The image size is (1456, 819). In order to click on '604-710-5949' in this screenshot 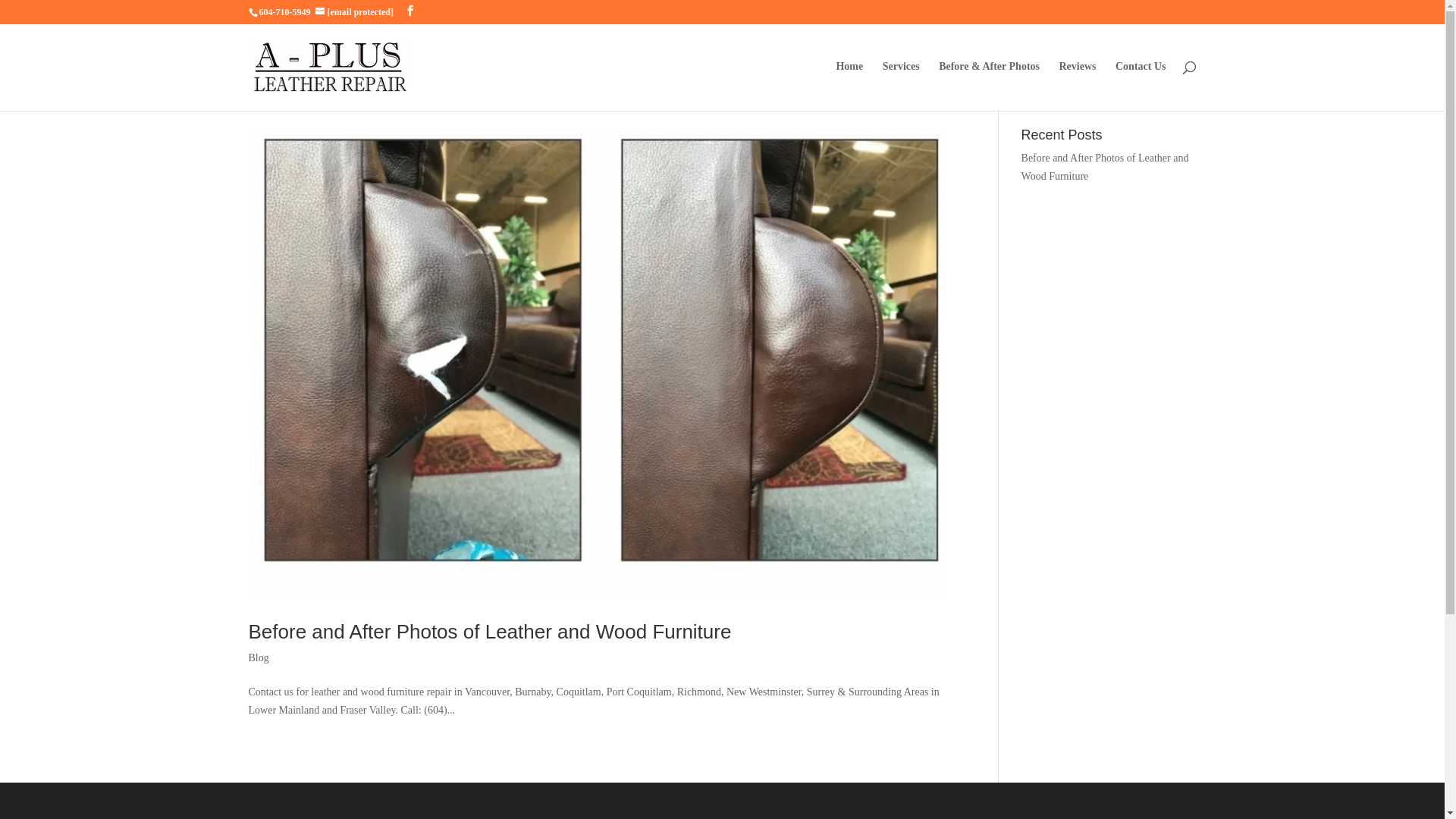, I will do `click(284, 11)`.